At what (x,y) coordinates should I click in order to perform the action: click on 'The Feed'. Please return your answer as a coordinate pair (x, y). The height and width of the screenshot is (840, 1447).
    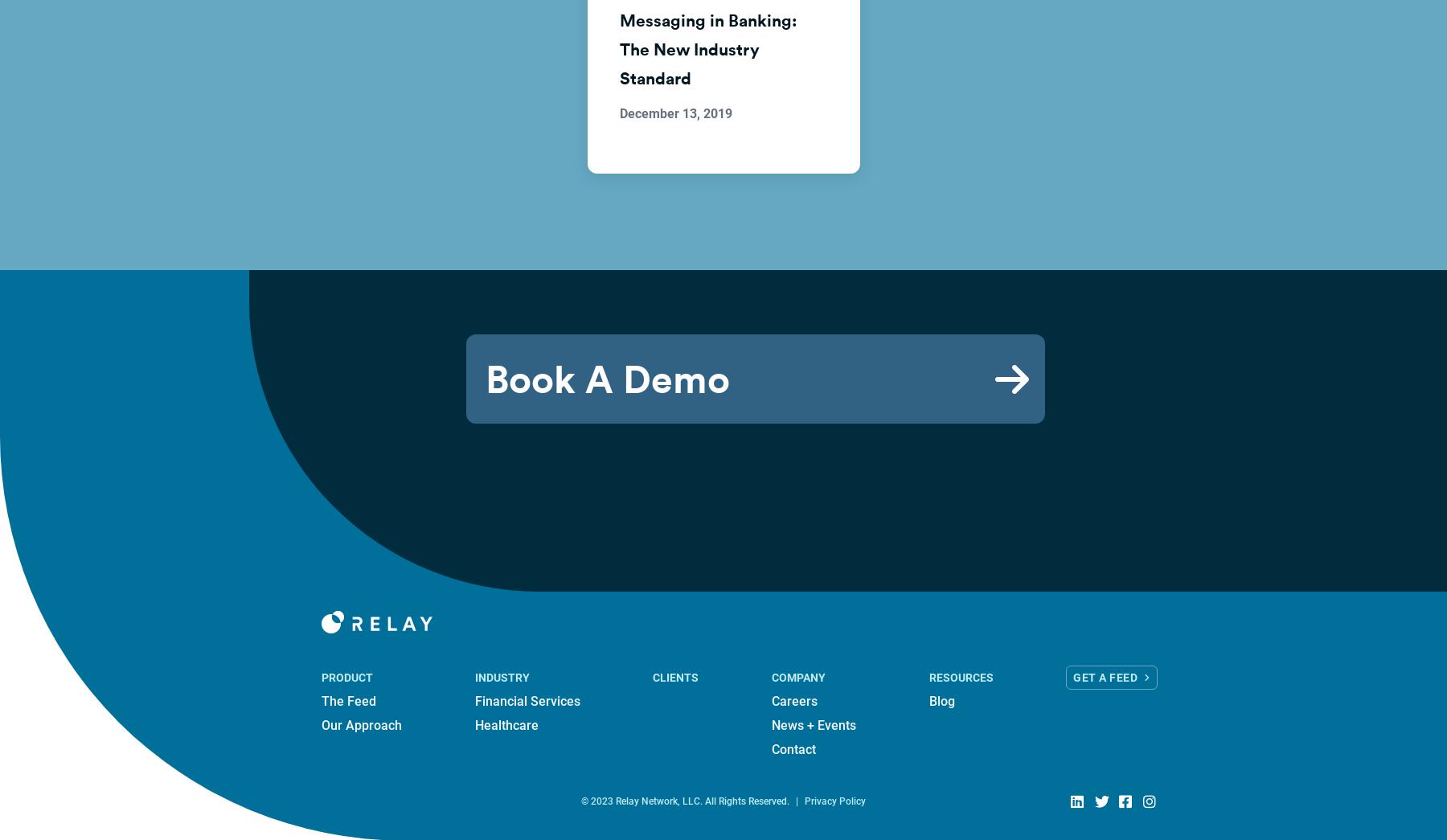
    Looking at the image, I should click on (321, 701).